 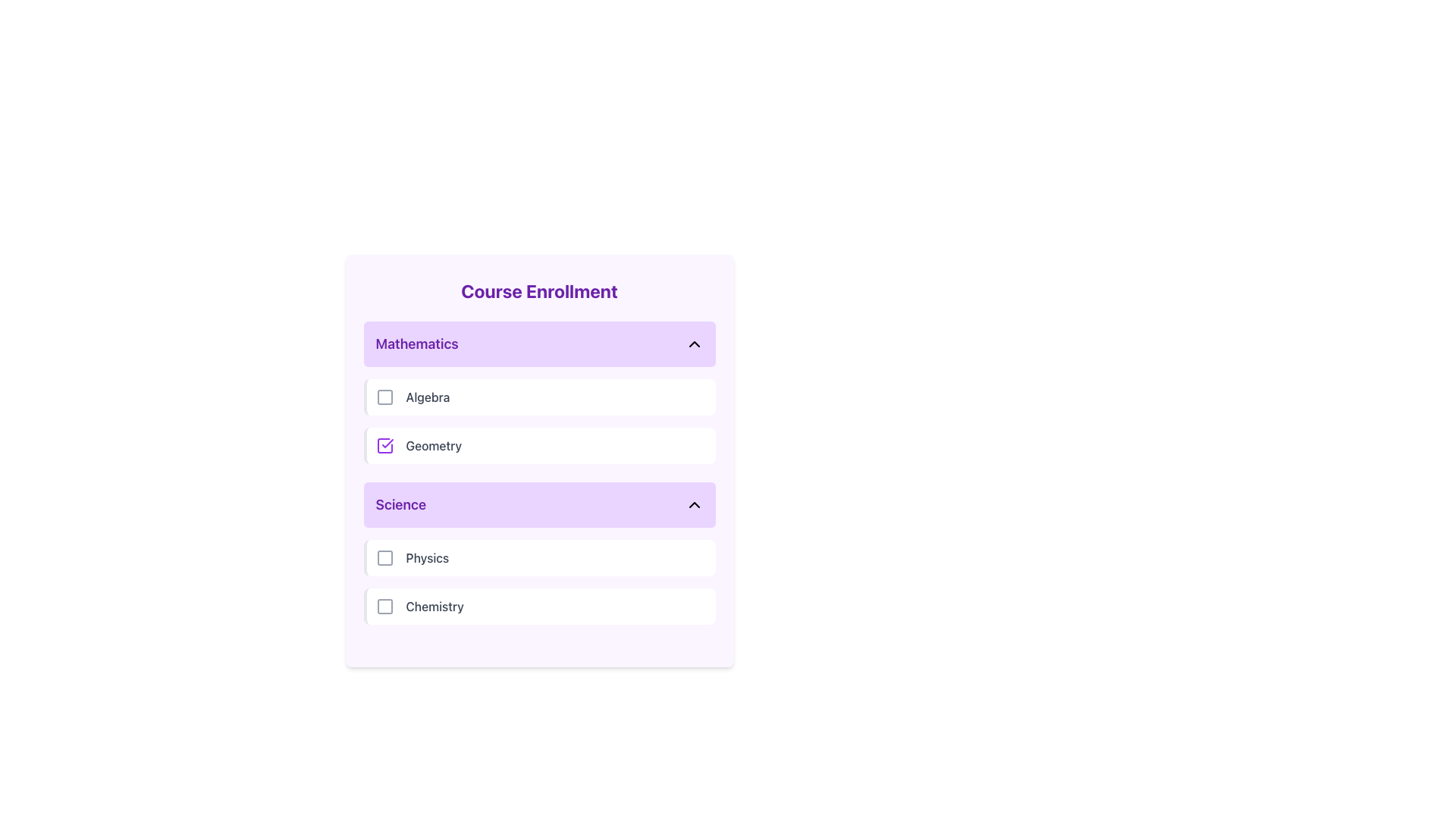 I want to click on the 'Physics' course option label, which is a text label positioned under the 'Mathematics' category and above 'Chemistry' in the selectable options list, so click(x=426, y=558).